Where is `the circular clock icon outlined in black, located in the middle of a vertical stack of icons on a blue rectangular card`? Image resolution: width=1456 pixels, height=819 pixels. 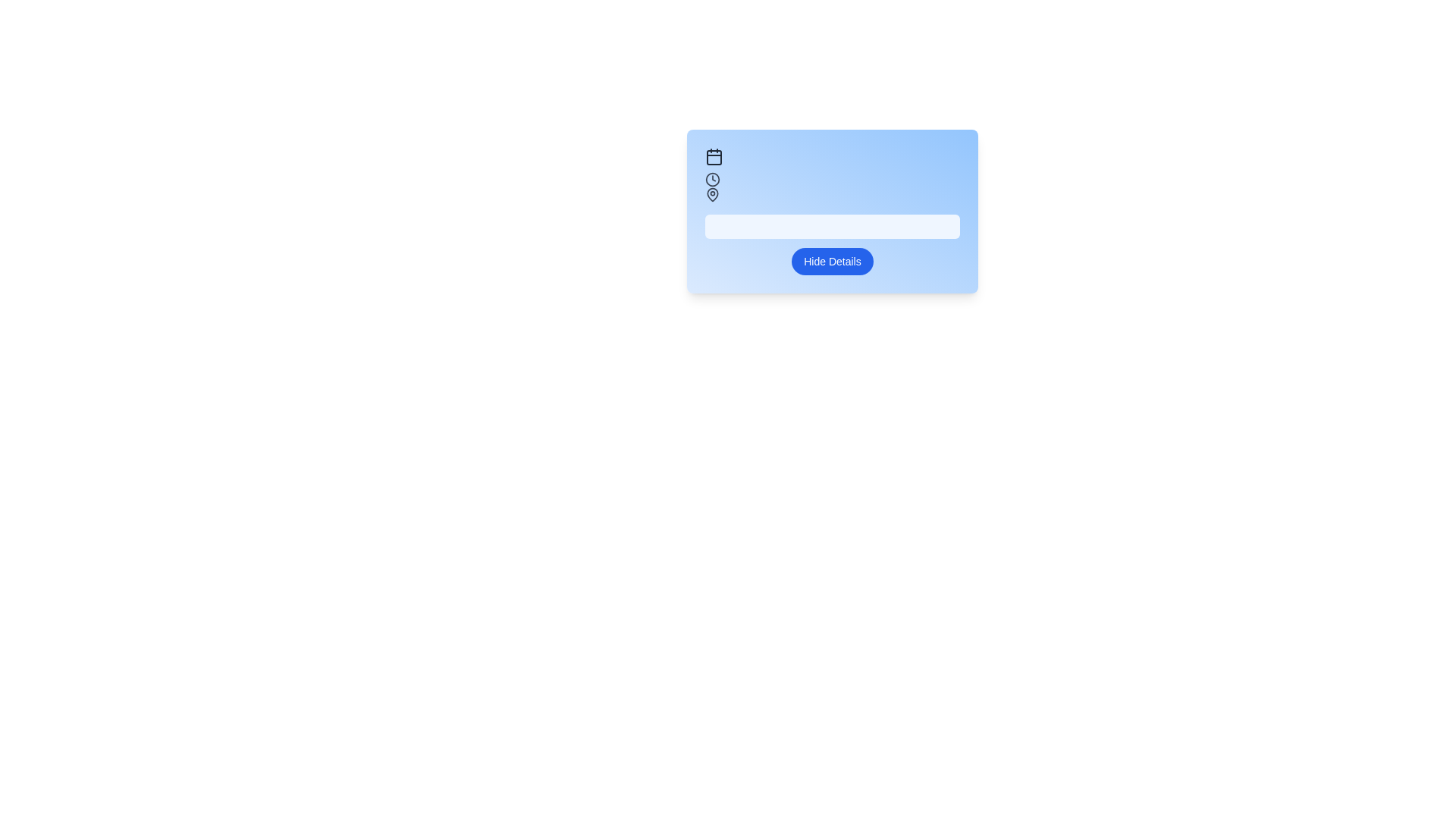 the circular clock icon outlined in black, located in the middle of a vertical stack of icons on a blue rectangular card is located at coordinates (712, 178).